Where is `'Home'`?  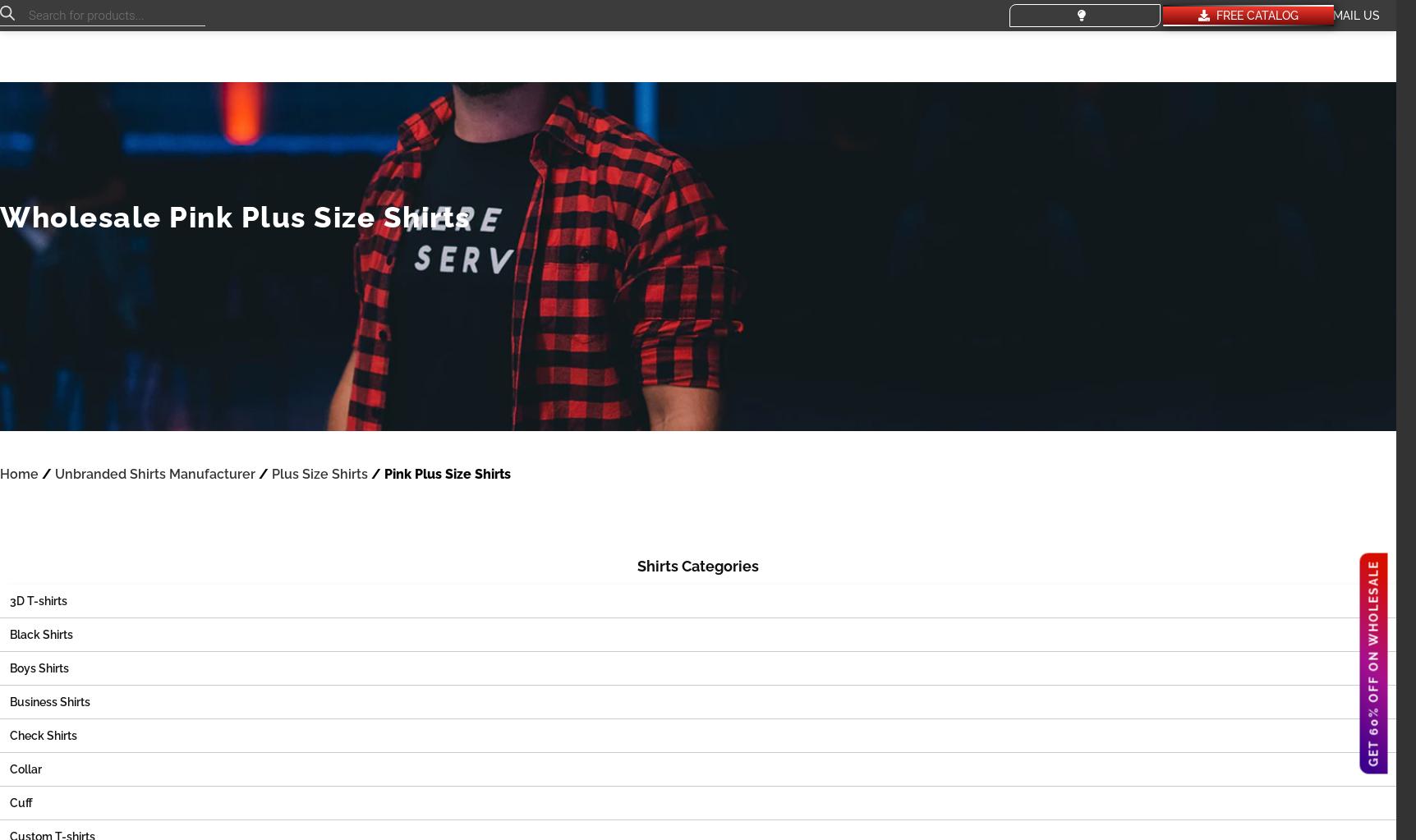
'Home' is located at coordinates (0, 474).